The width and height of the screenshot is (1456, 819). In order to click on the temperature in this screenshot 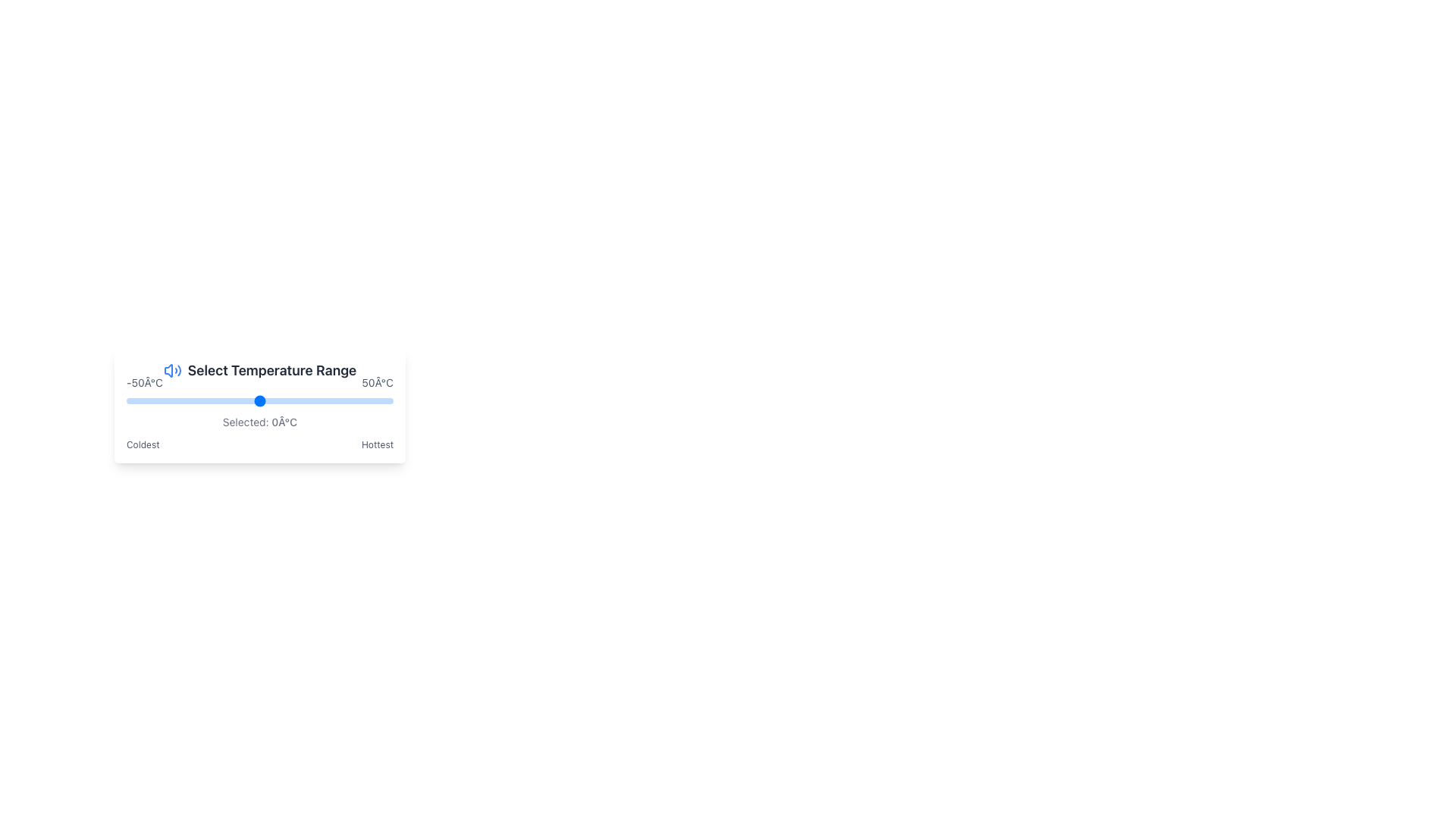, I will do `click(166, 400)`.